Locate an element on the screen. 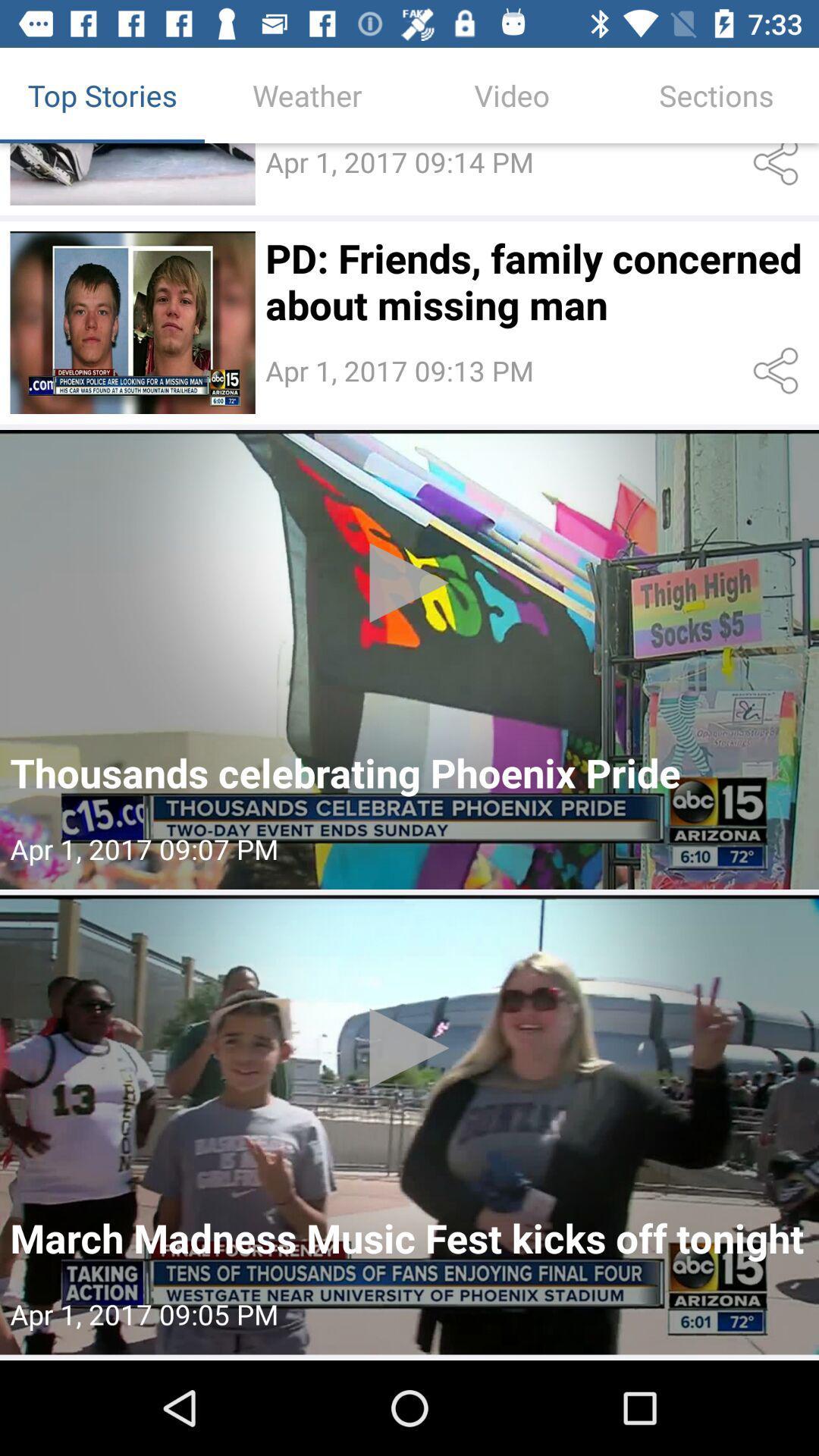 This screenshot has width=819, height=1456. first share icon is located at coordinates (779, 168).